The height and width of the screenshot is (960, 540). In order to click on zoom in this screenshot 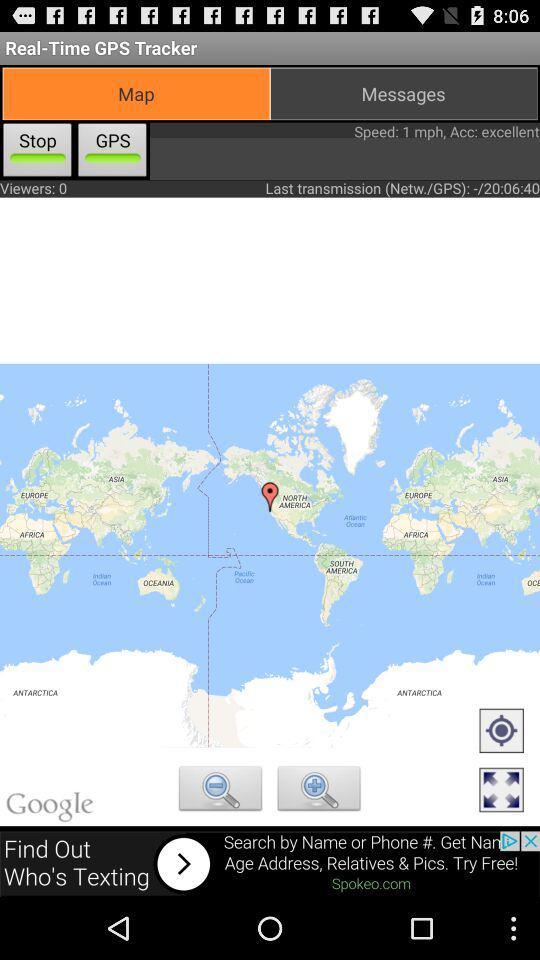, I will do `click(219, 791)`.